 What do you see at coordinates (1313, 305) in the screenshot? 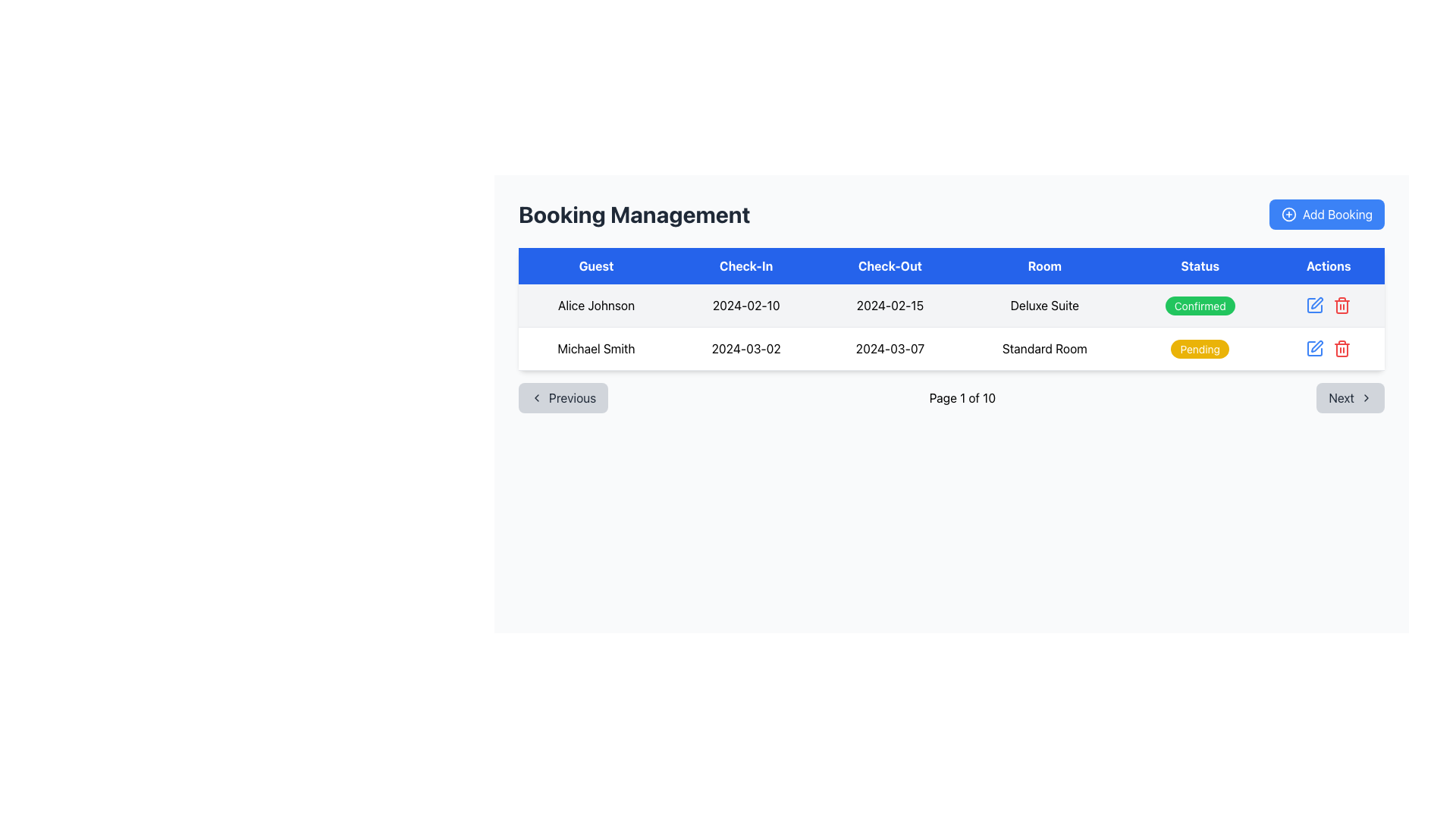
I see `the blue pen icon edit button located` at bounding box center [1313, 305].